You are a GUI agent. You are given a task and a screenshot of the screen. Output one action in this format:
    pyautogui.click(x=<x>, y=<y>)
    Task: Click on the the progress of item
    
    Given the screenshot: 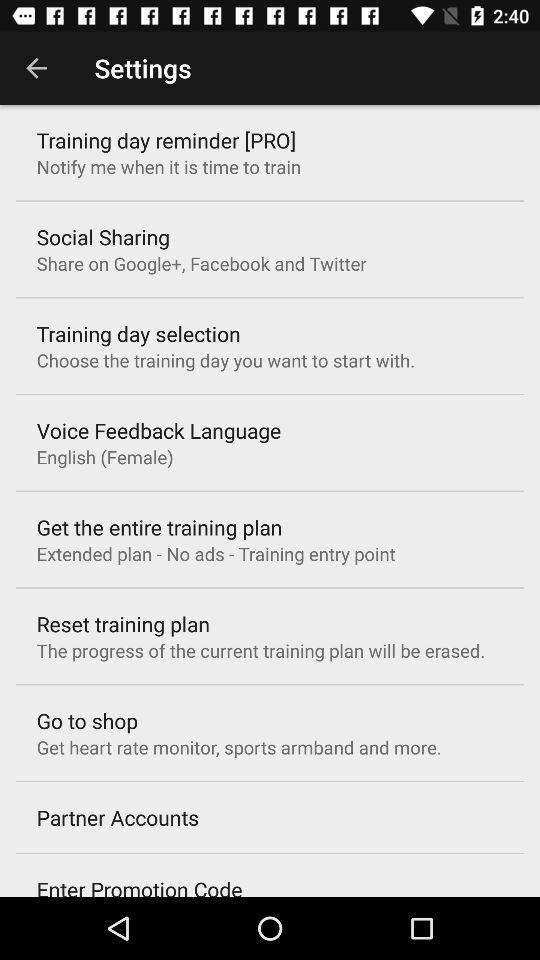 What is the action you would take?
    pyautogui.click(x=260, y=649)
    